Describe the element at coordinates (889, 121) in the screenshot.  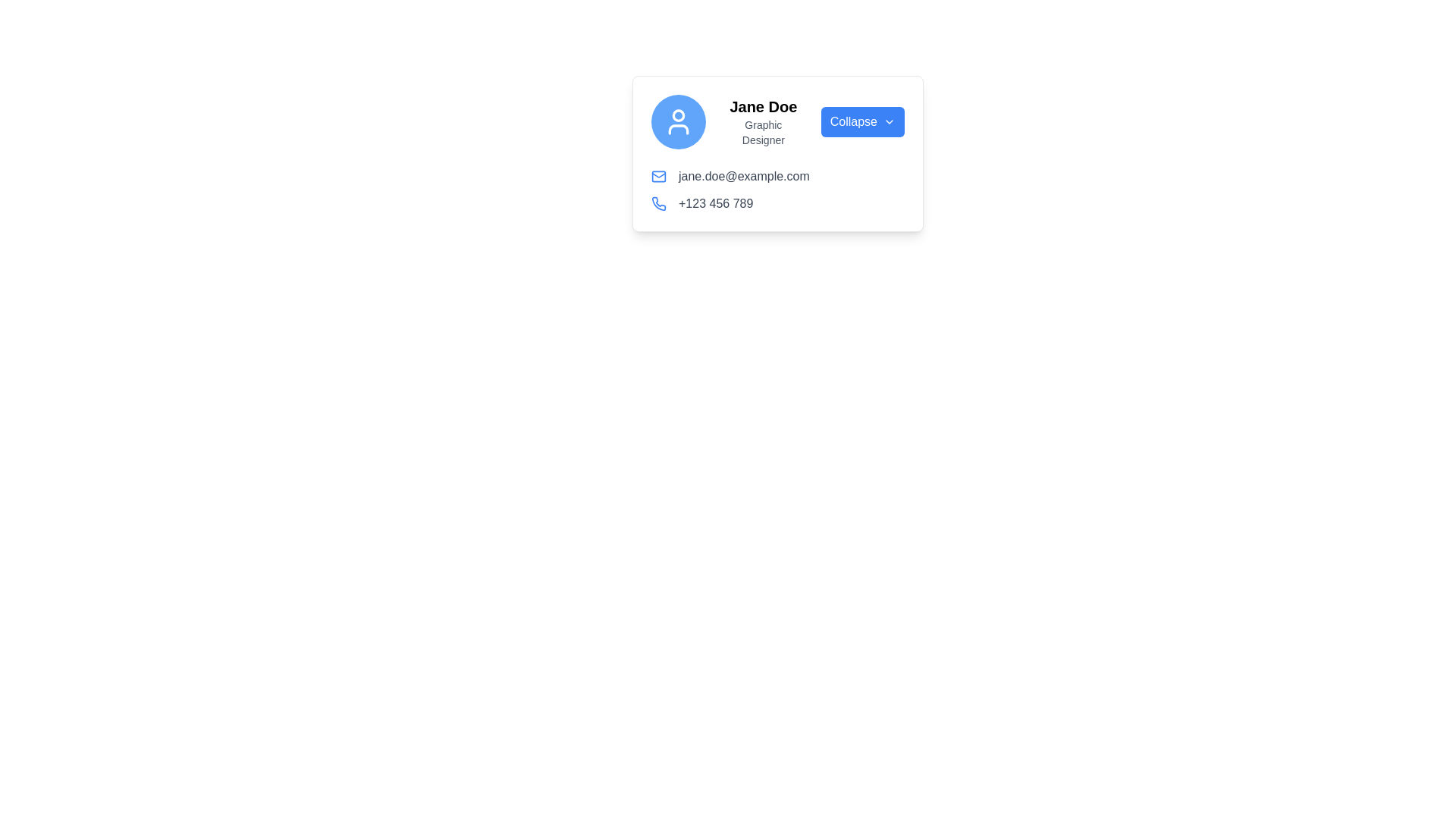
I see `the small downward-facing chevron icon located within the blue 'Collapse' button at the top-right corner of the card` at that location.